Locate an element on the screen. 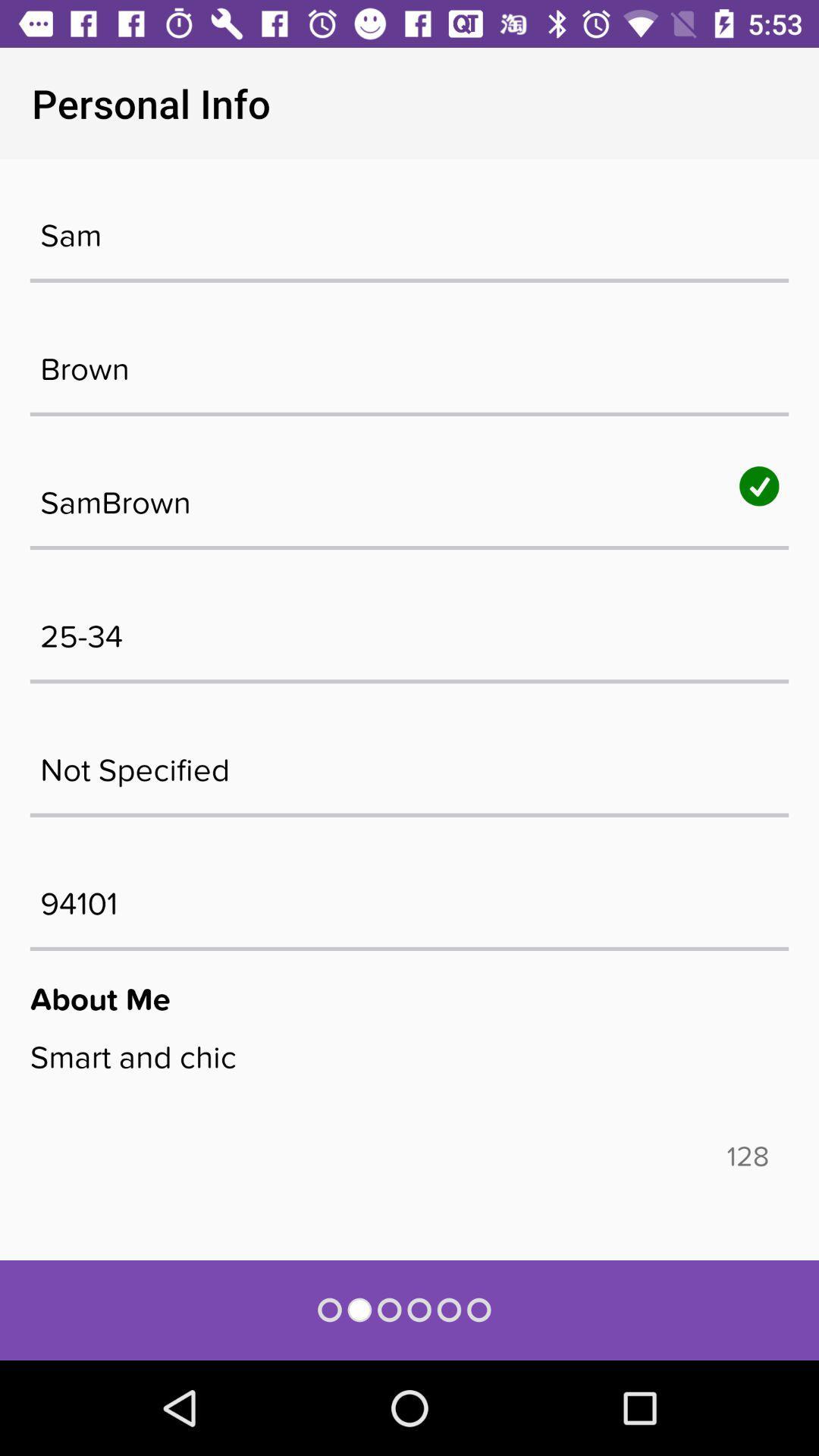 This screenshot has width=819, height=1456. the 25-34 is located at coordinates (409, 629).